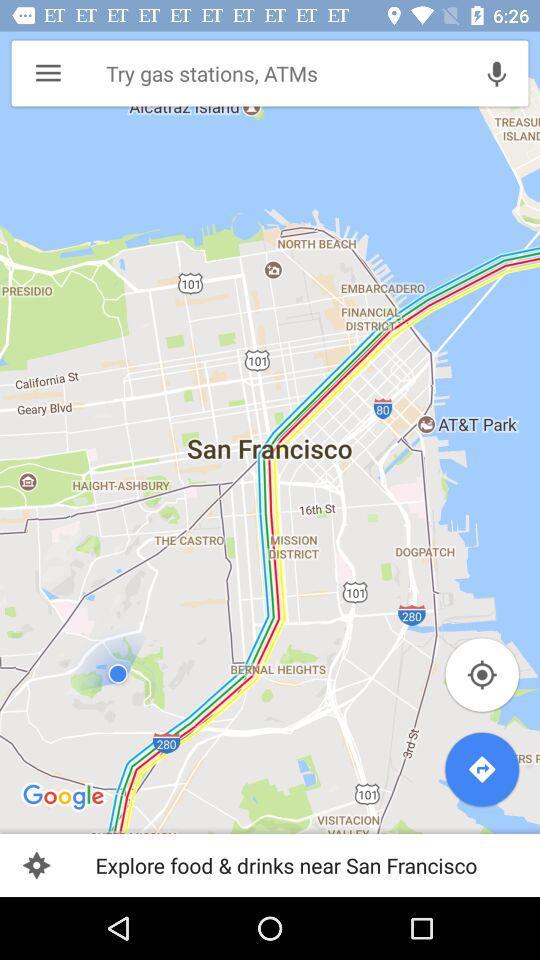 Image resolution: width=540 pixels, height=960 pixels. What do you see at coordinates (481, 674) in the screenshot?
I see `pin location button which is below att park` at bounding box center [481, 674].